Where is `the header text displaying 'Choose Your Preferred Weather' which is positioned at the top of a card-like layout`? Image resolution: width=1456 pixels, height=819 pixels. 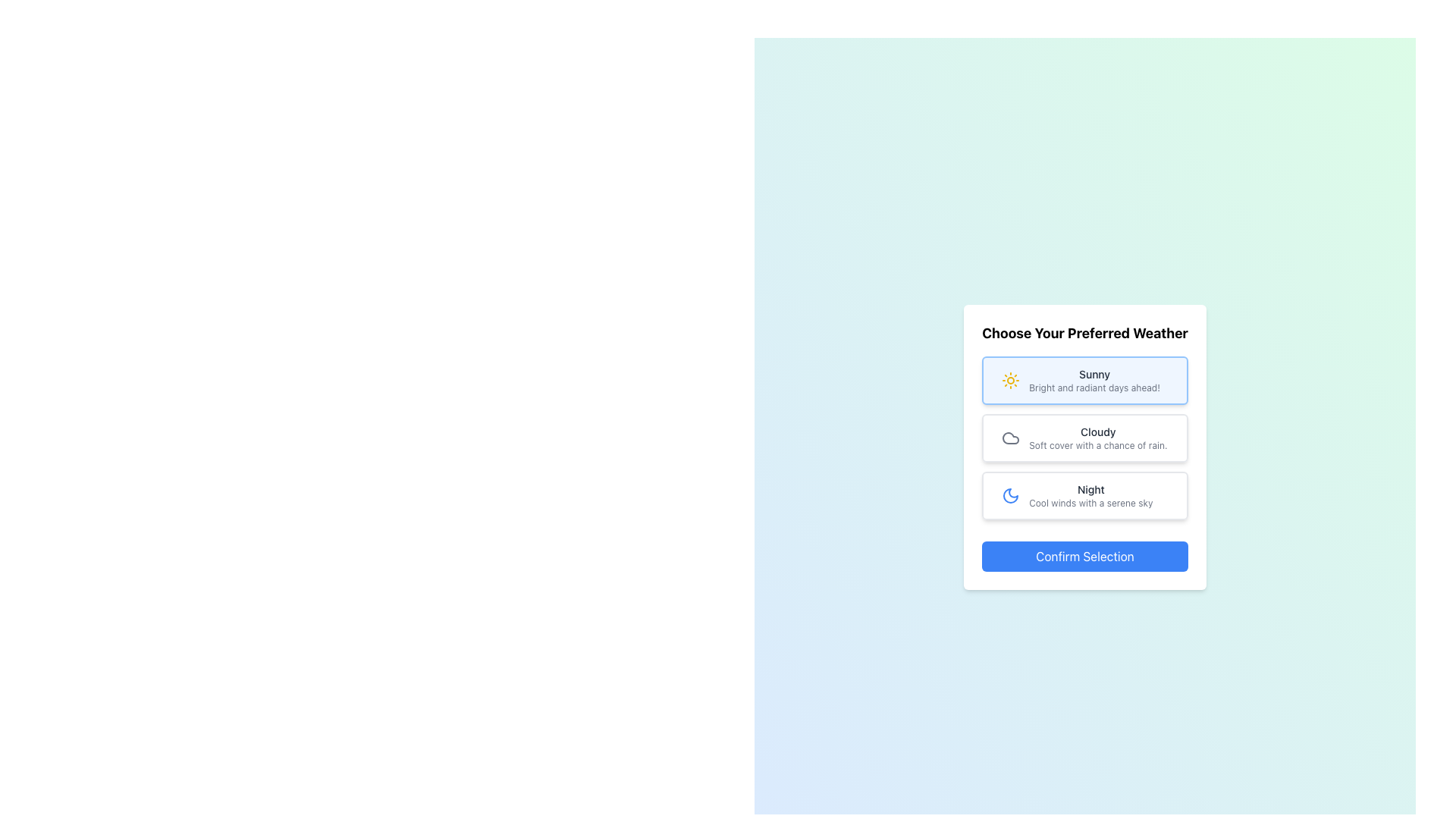 the header text displaying 'Choose Your Preferred Weather' which is positioned at the top of a card-like layout is located at coordinates (1084, 332).